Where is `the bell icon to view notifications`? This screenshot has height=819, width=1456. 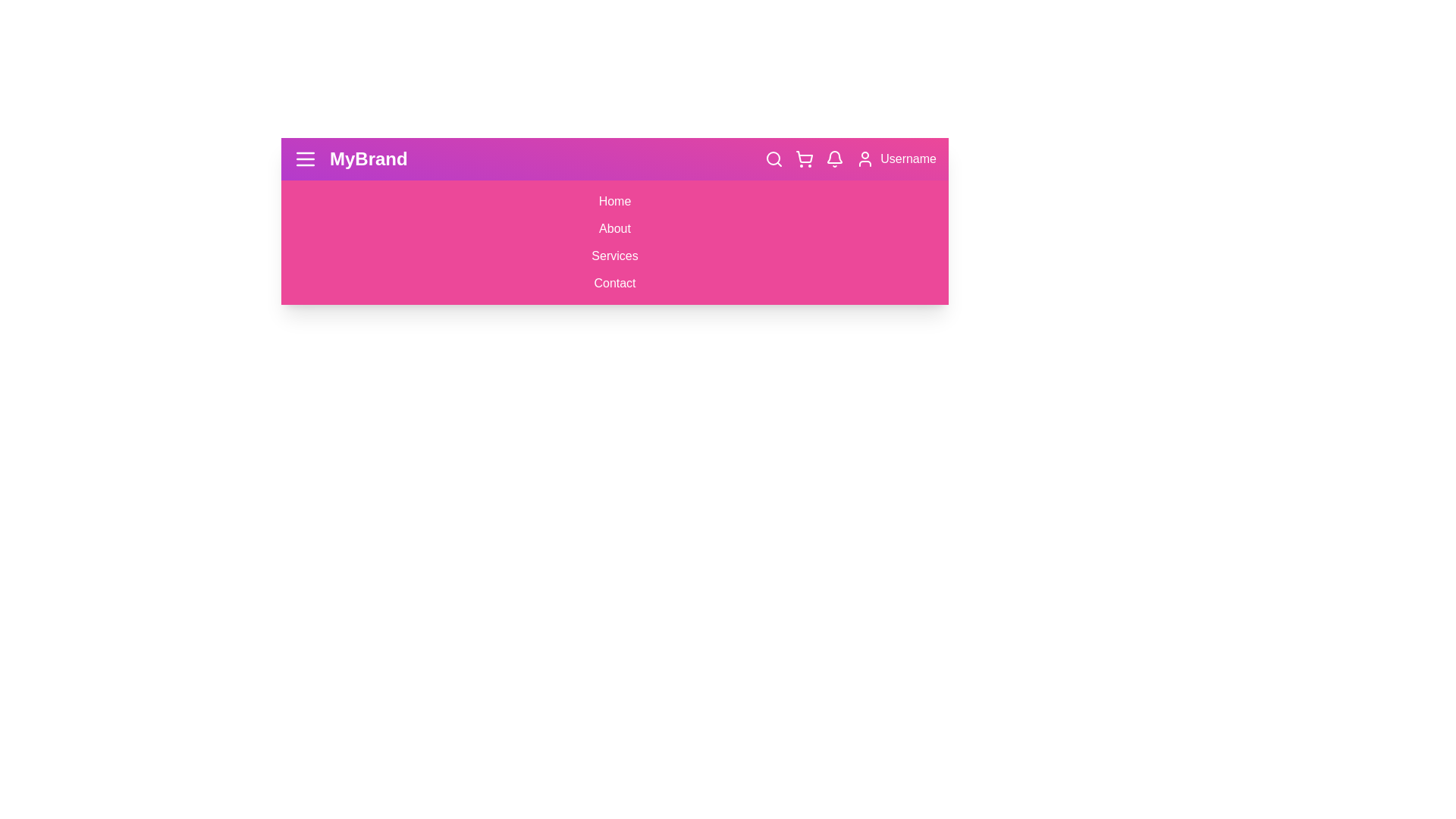
the bell icon to view notifications is located at coordinates (833, 158).